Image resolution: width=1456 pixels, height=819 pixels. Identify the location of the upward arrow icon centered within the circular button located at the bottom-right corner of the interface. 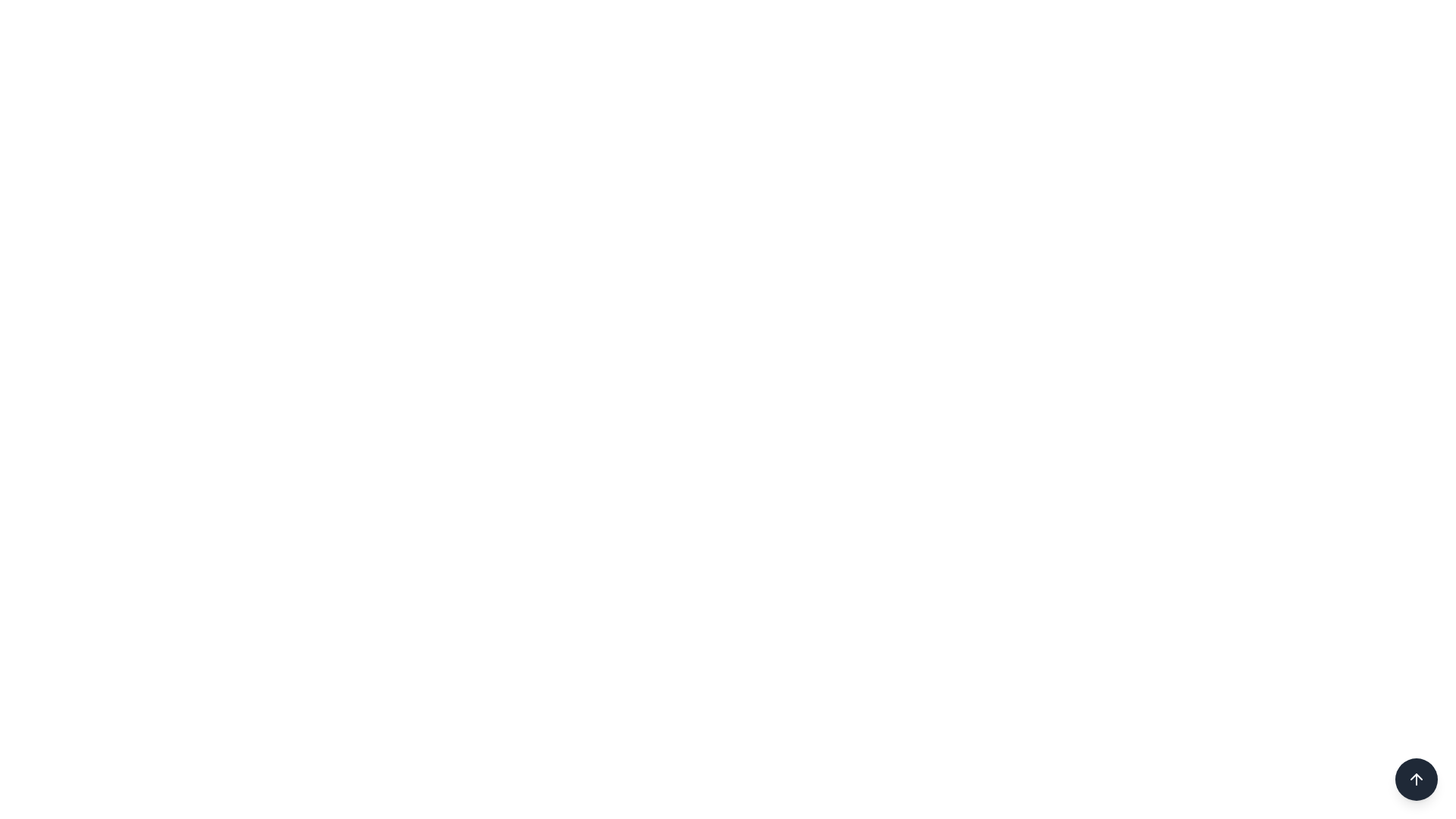
(1415, 780).